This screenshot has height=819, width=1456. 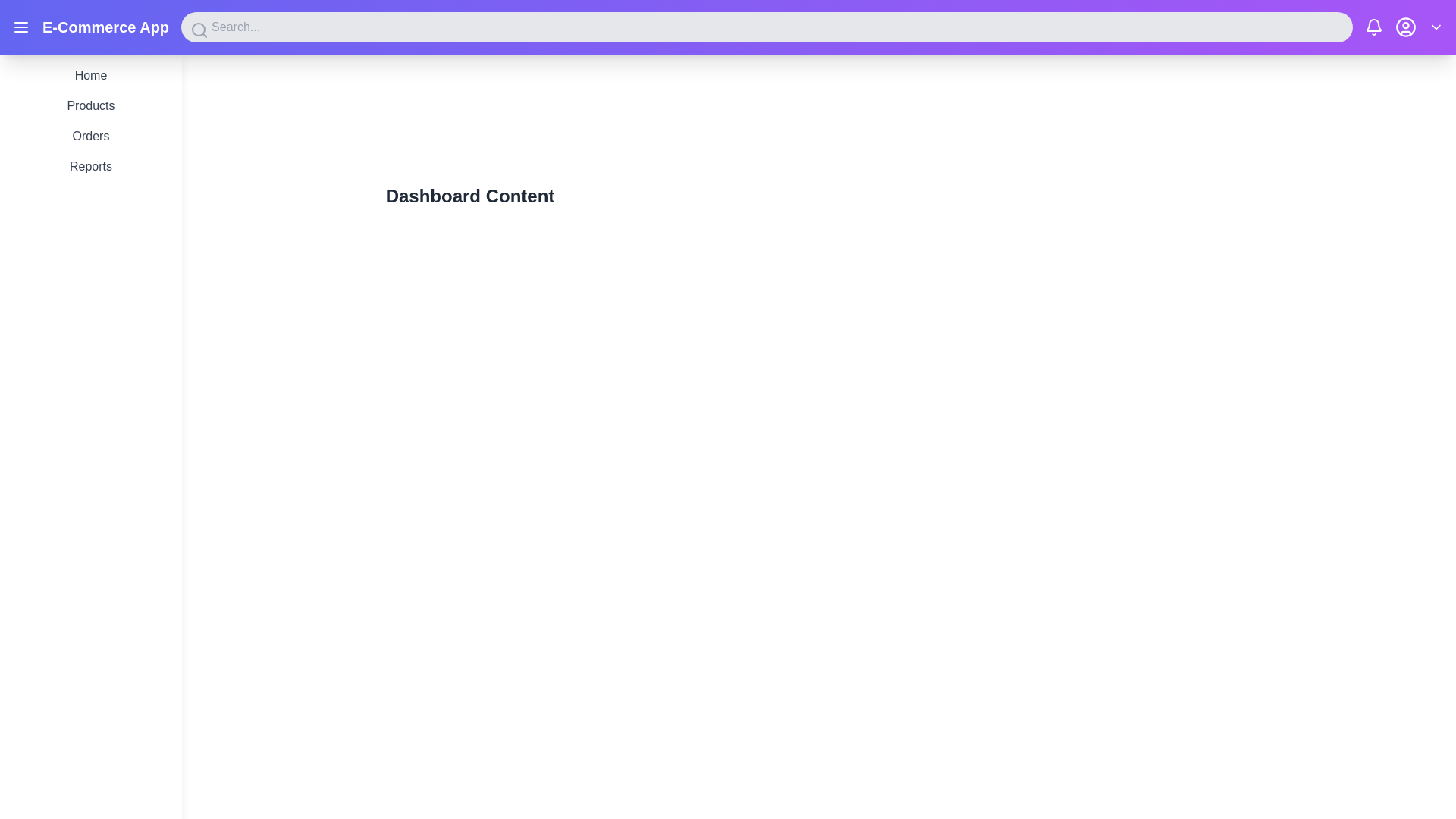 What do you see at coordinates (1373, 27) in the screenshot?
I see `the notification indicator icon (Bell) located at the top right-hand side of the header bar` at bounding box center [1373, 27].